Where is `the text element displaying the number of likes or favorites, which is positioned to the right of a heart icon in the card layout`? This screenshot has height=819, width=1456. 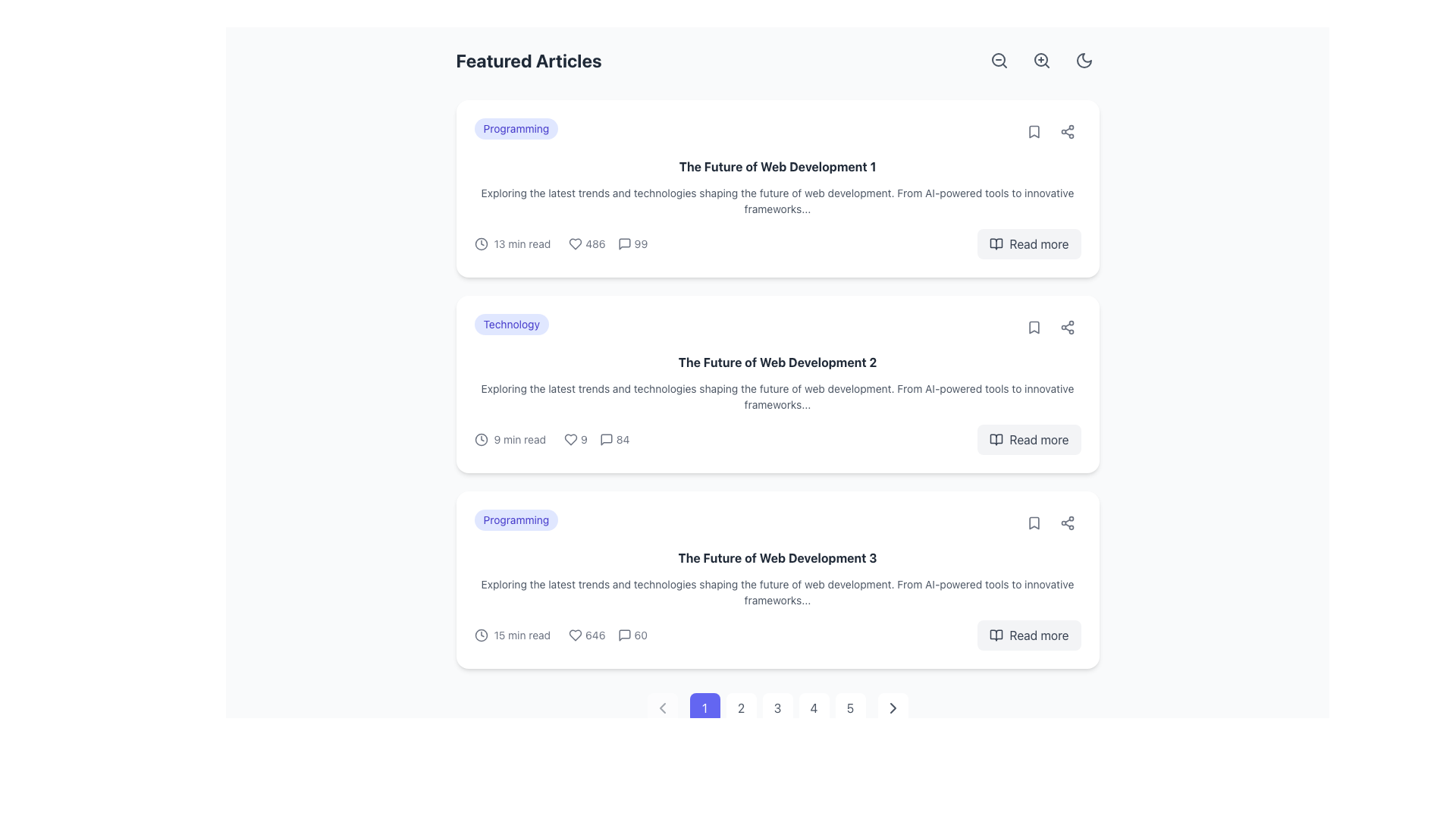
the text element displaying the number of likes or favorites, which is positioned to the right of a heart icon in the card layout is located at coordinates (583, 439).